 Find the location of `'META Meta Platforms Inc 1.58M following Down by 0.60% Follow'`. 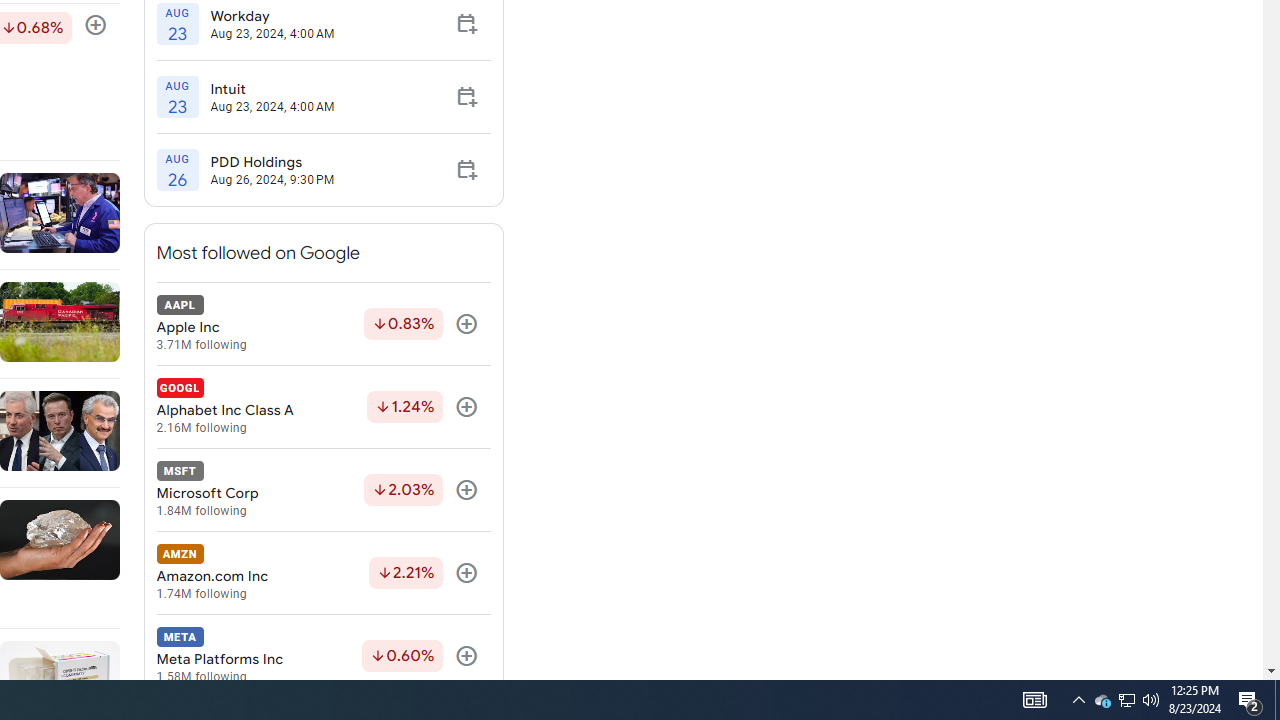

'META Meta Platforms Inc 1.58M following Down by 0.60% Follow' is located at coordinates (323, 656).